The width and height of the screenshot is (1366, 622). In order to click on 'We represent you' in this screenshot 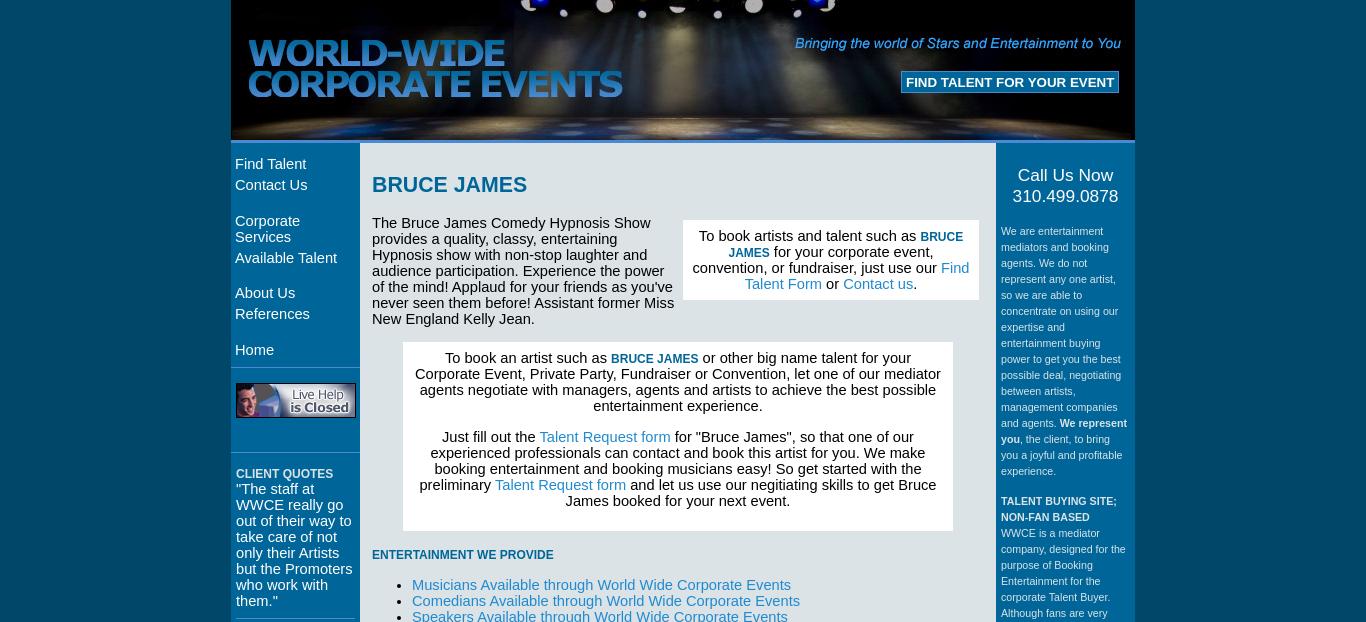, I will do `click(1001, 428)`.